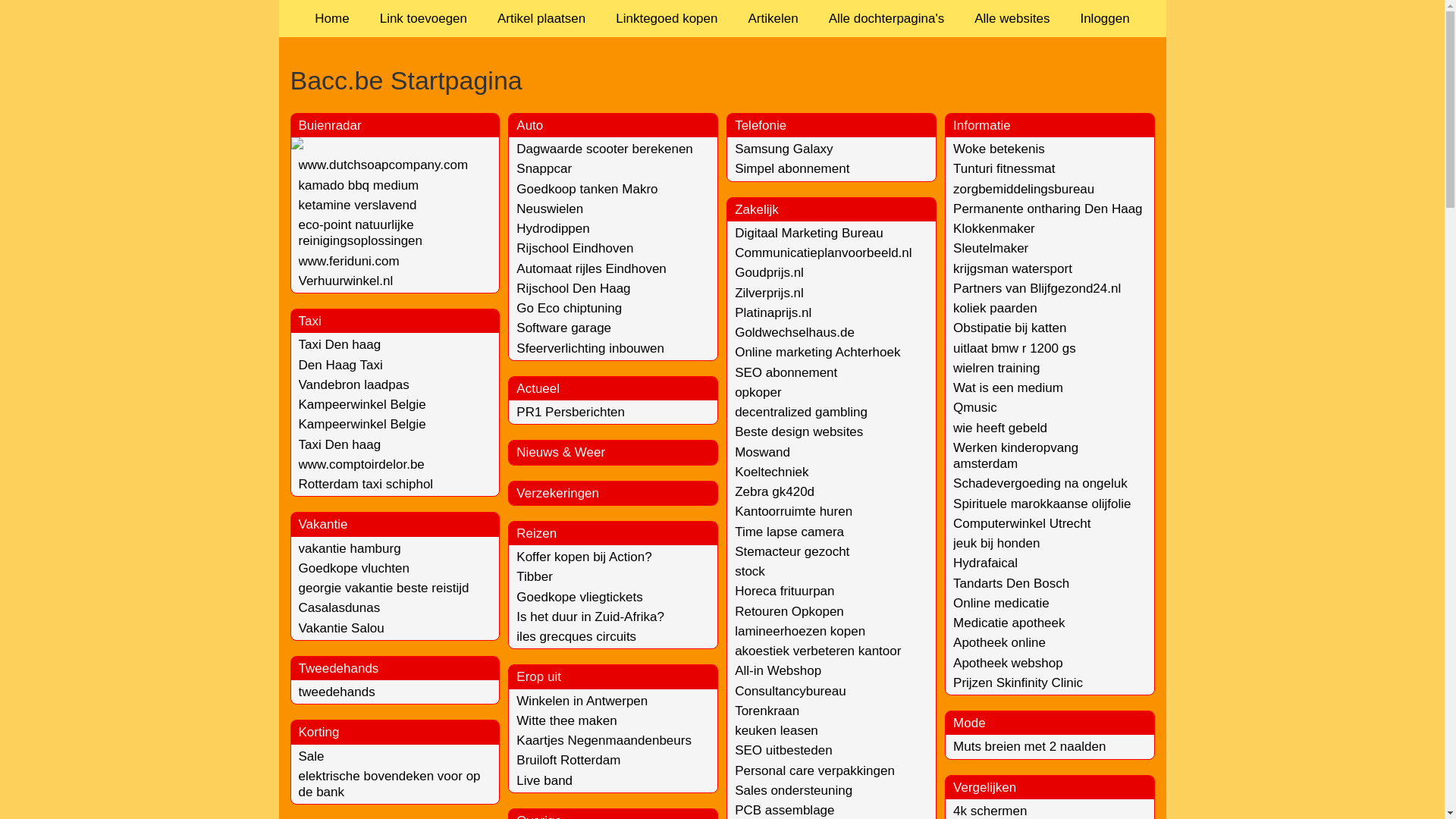  I want to click on 'Auto', so click(529, 124).